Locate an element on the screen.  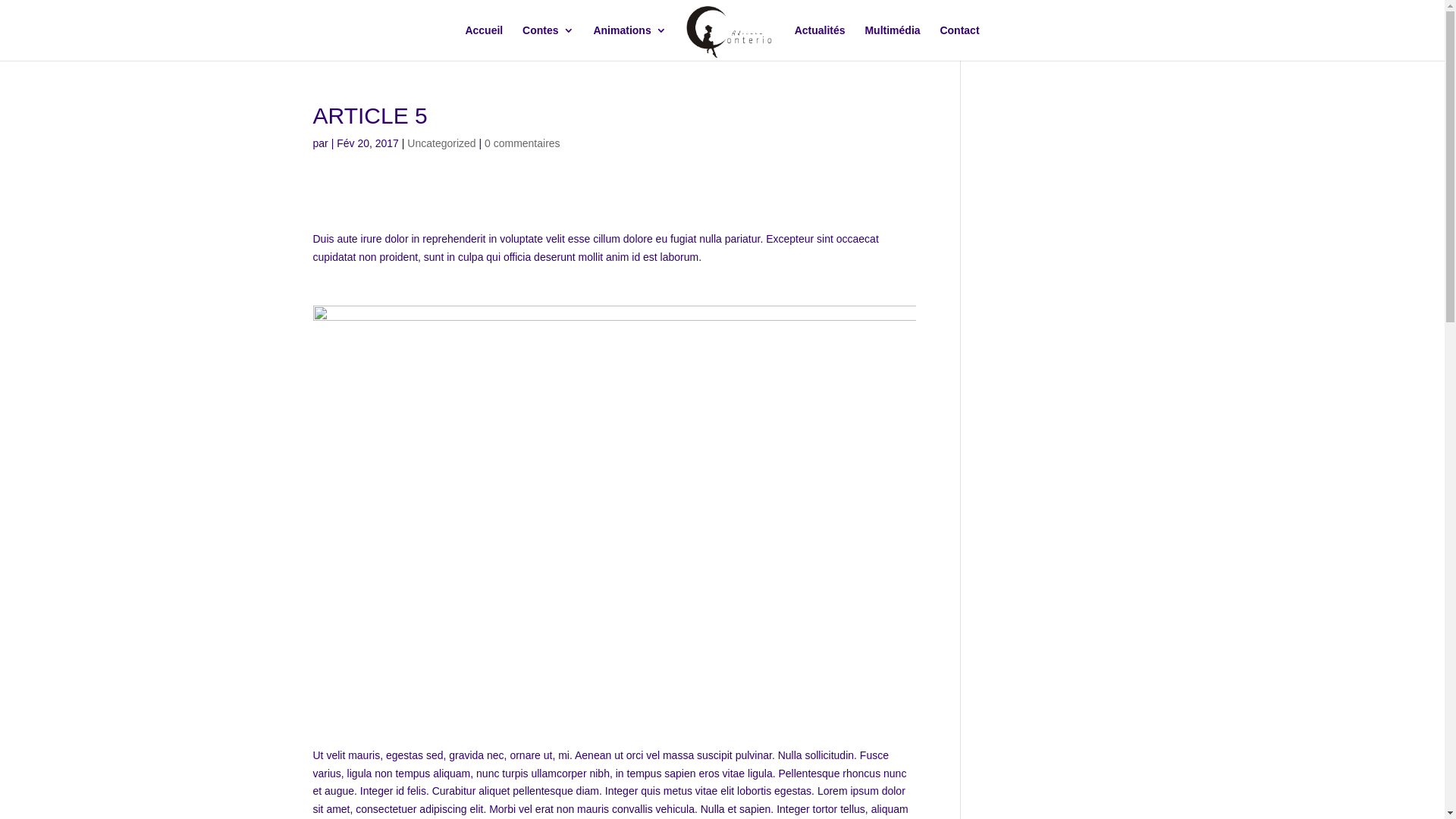
'Accueil' is located at coordinates (483, 42).